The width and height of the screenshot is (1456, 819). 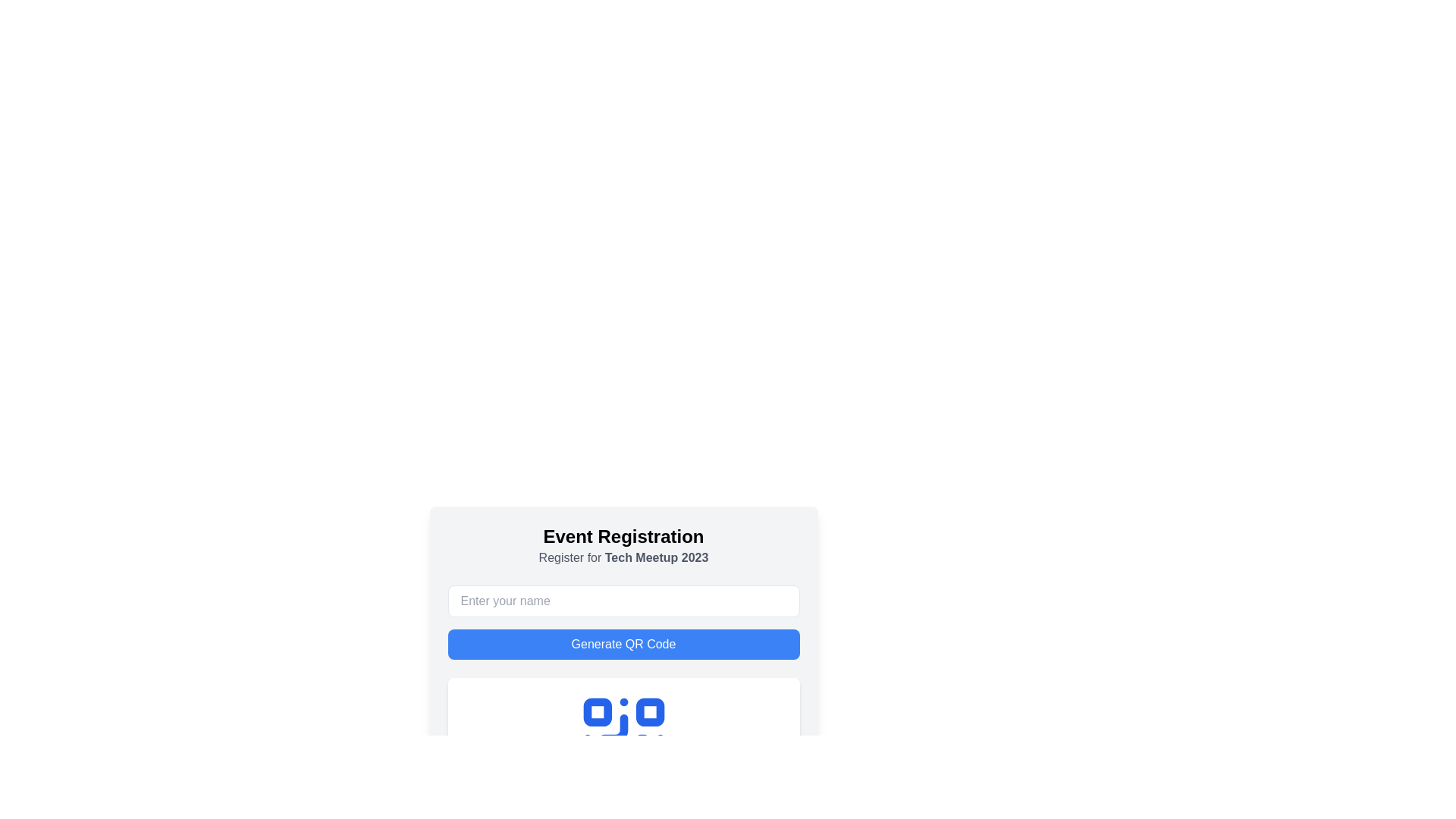 I want to click on text displayed in the Text Display component that shows 'Event Registration' and 'Register for Tech Meetup 2023', so click(x=623, y=546).